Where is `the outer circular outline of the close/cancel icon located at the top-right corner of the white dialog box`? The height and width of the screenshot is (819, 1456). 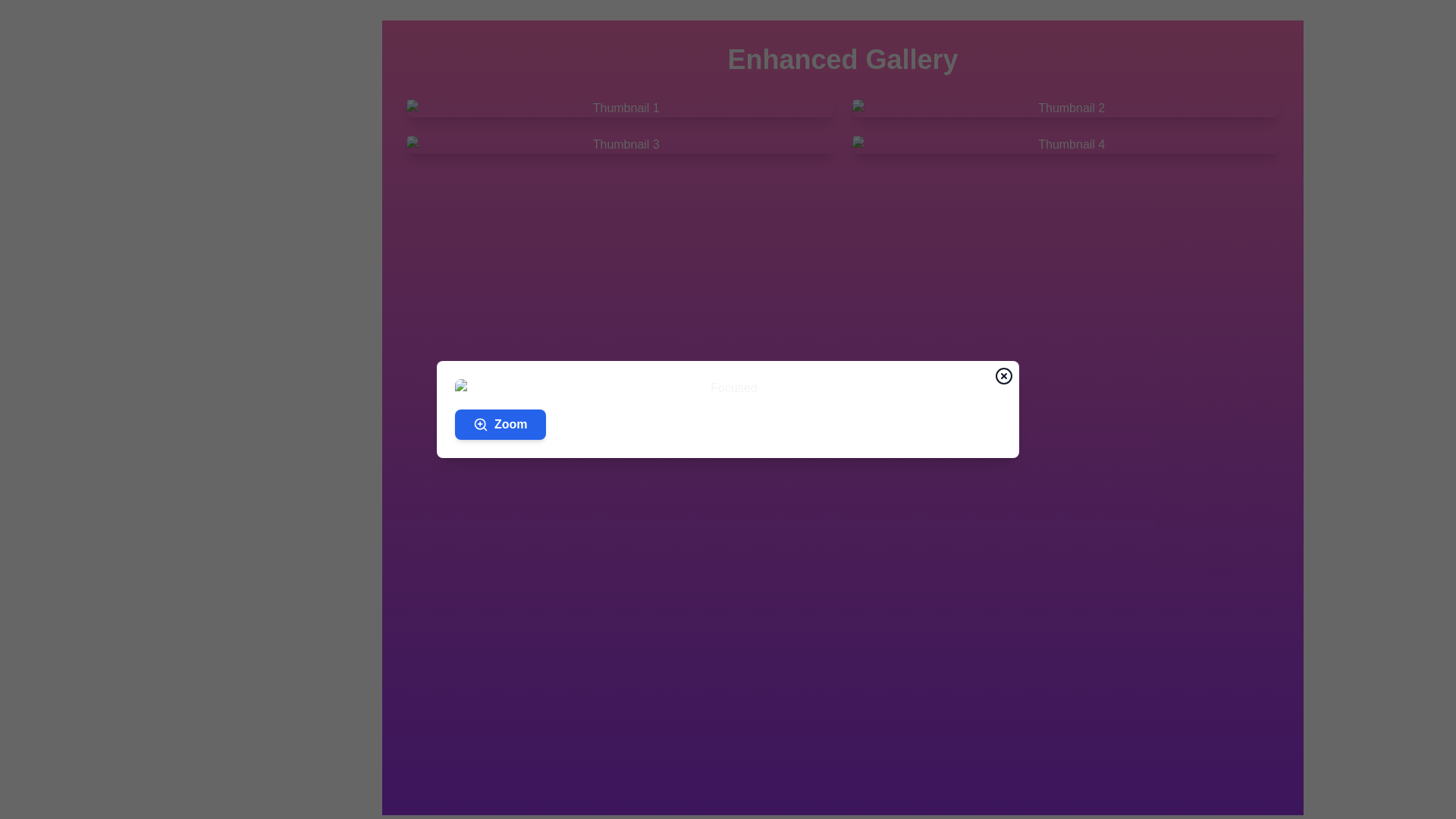
the outer circular outline of the close/cancel icon located at the top-right corner of the white dialog box is located at coordinates (1004, 375).